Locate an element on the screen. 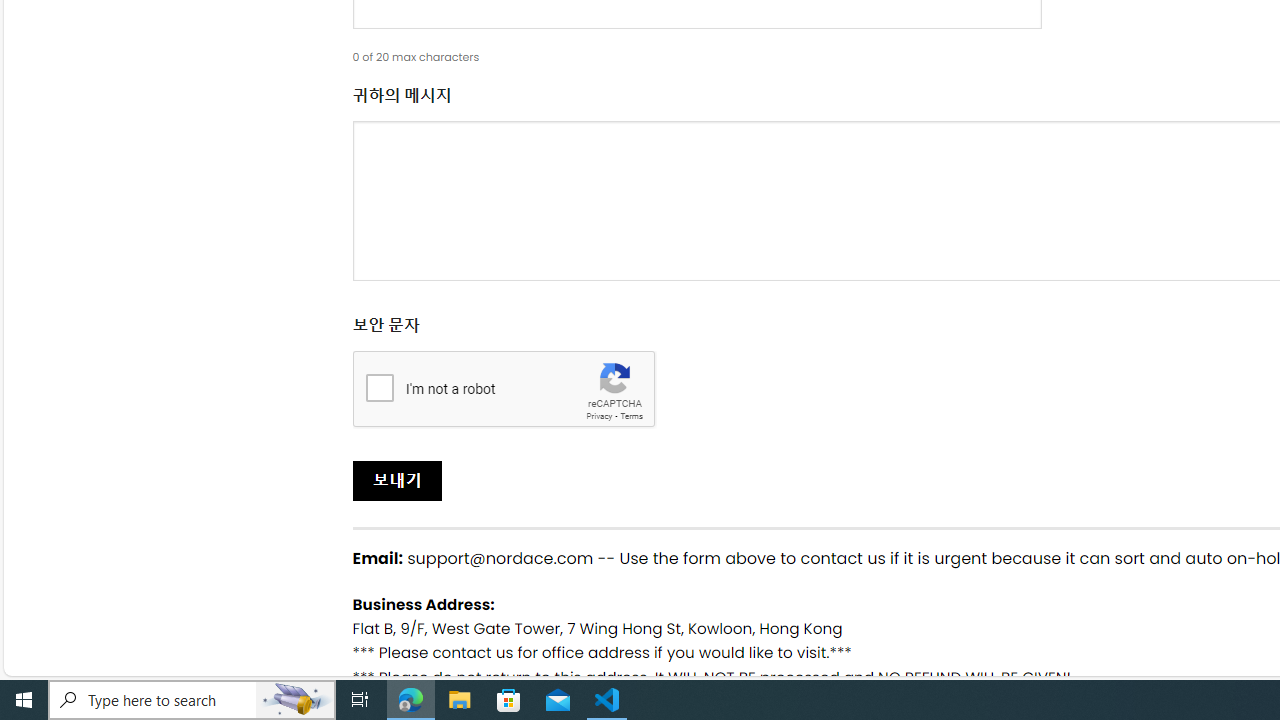 The height and width of the screenshot is (720, 1280). 'Terms' is located at coordinates (630, 415).